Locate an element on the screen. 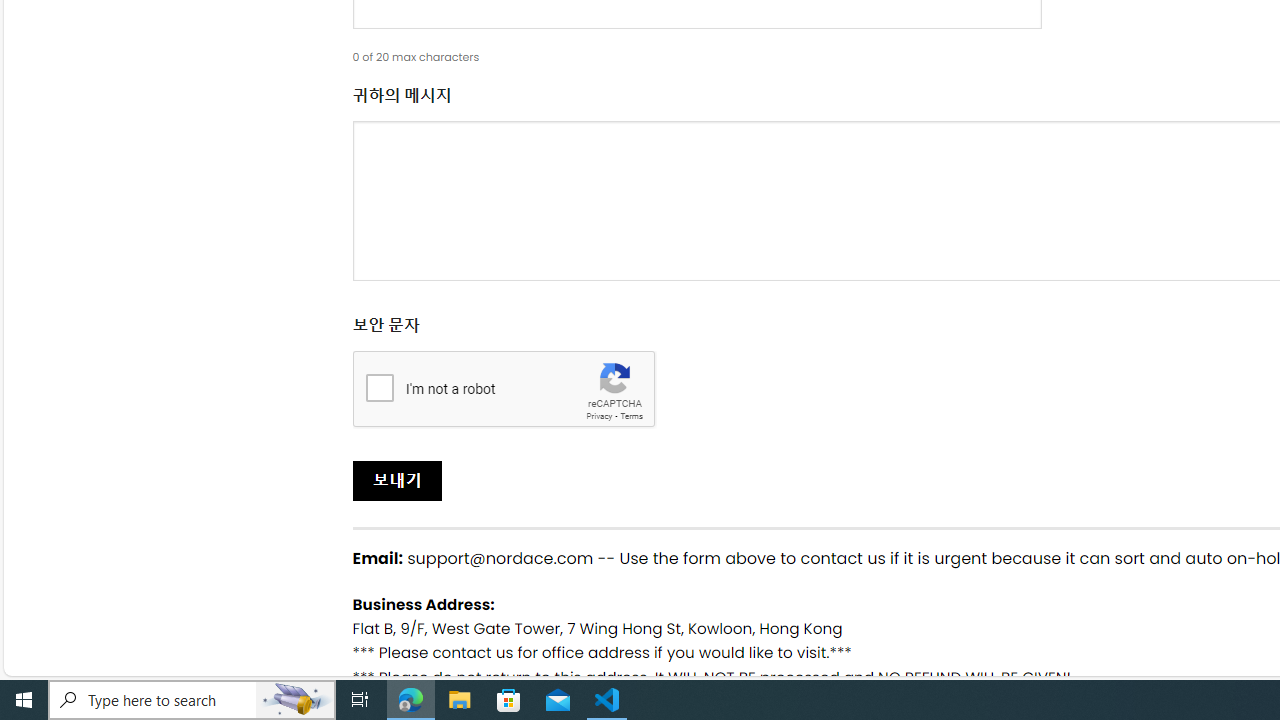 The height and width of the screenshot is (720, 1280). 'Terms' is located at coordinates (630, 415).